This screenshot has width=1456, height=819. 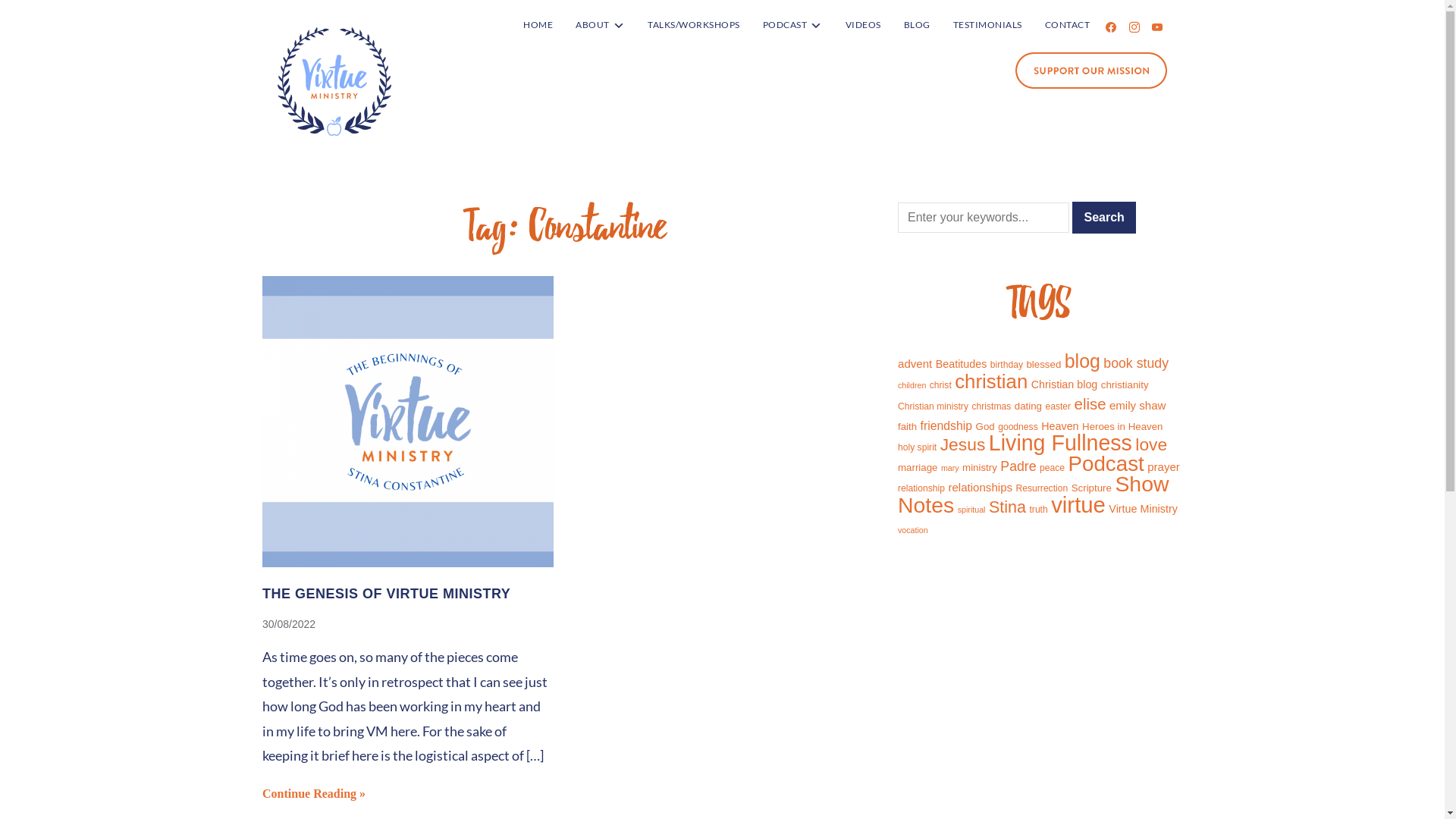 I want to click on 'BLOG', so click(x=916, y=25).